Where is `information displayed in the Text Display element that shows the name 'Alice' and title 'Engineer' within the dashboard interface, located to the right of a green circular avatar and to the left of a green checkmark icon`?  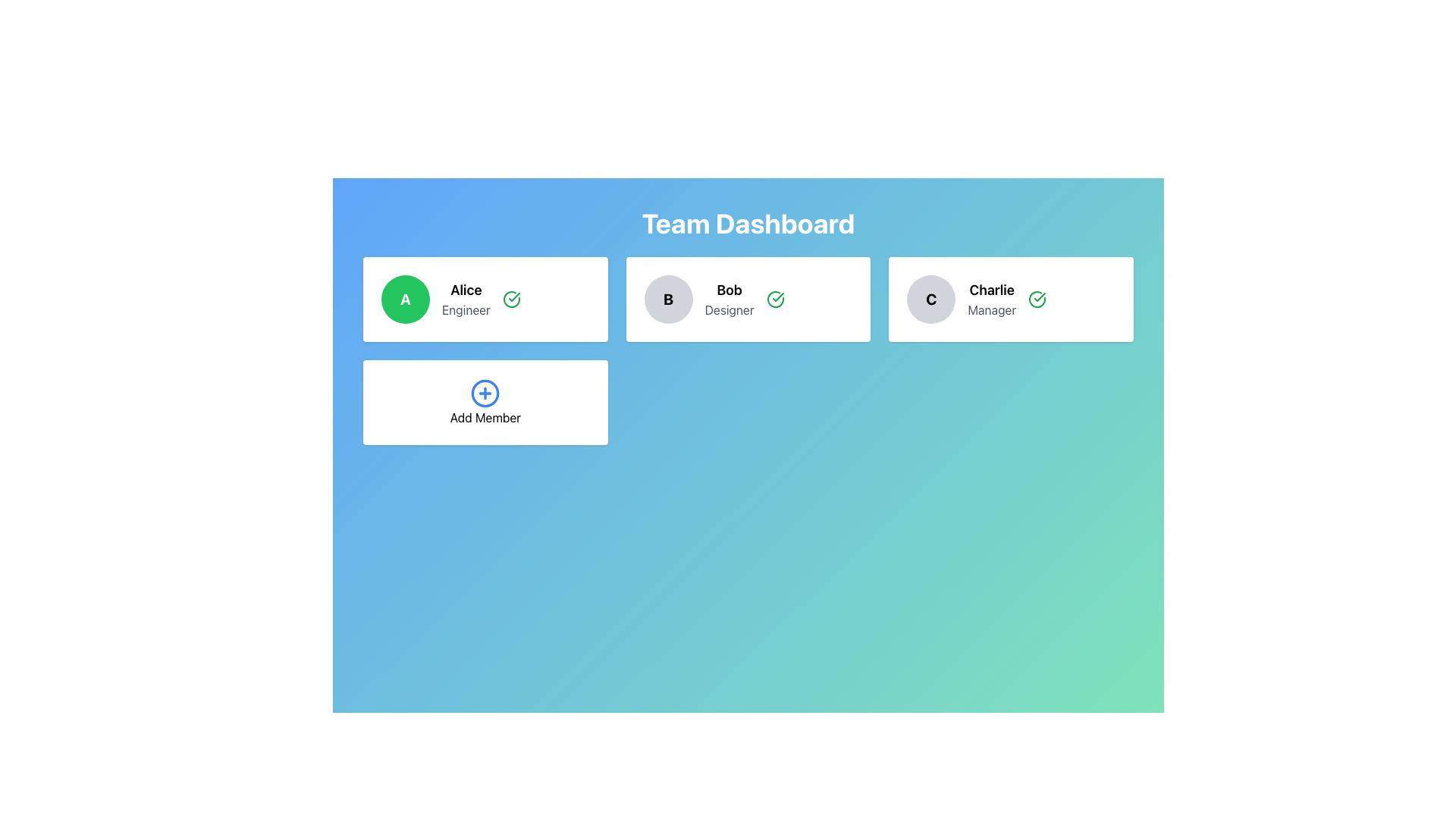 information displayed in the Text Display element that shows the name 'Alice' and title 'Engineer' within the dashboard interface, located to the right of a green circular avatar and to the left of a green checkmark icon is located at coordinates (465, 299).